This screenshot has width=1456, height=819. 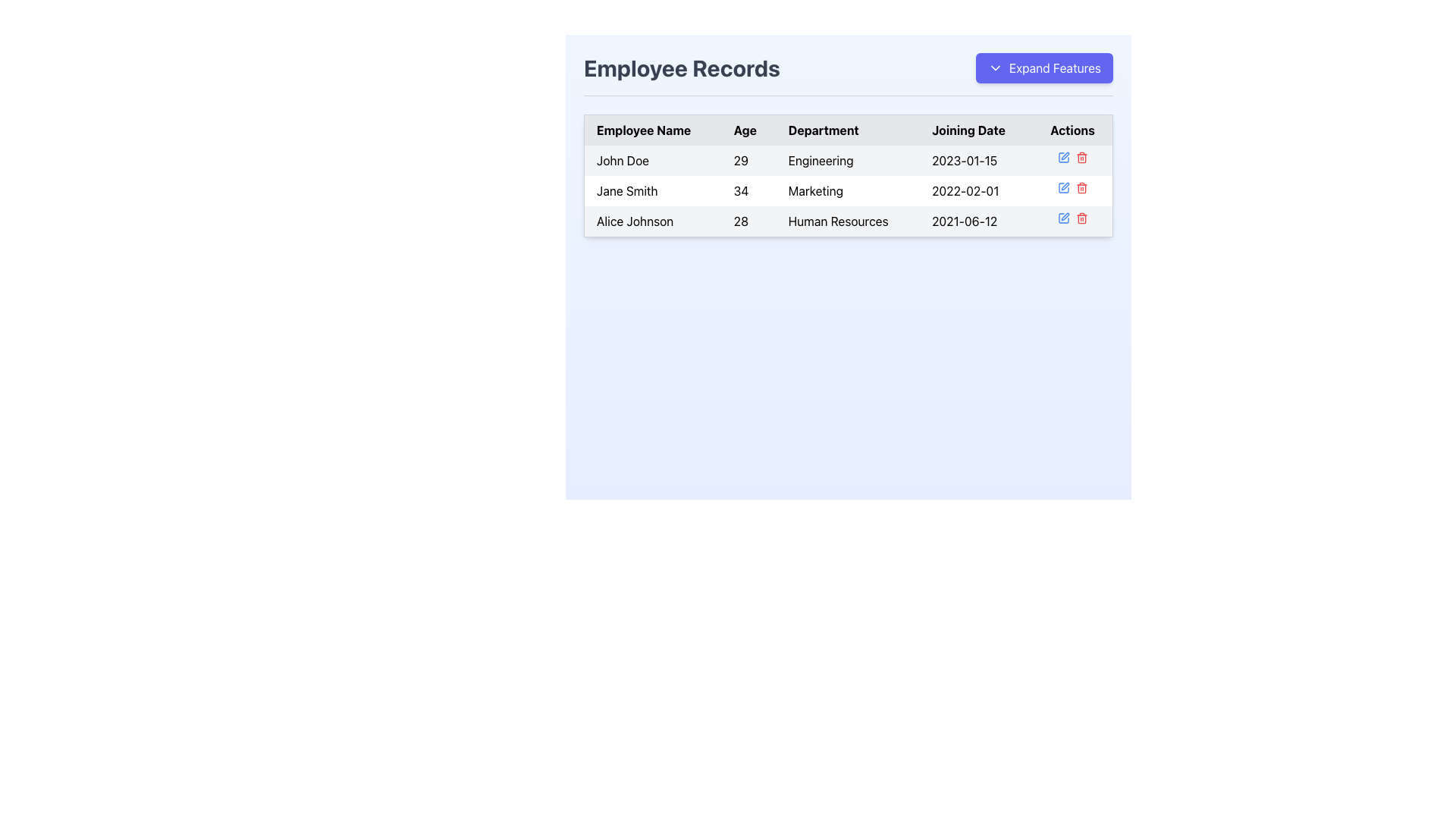 I want to click on 'Age' text label displaying '28' for employee 'Alice Johnson' located in the second column of the table, so click(x=748, y=221).